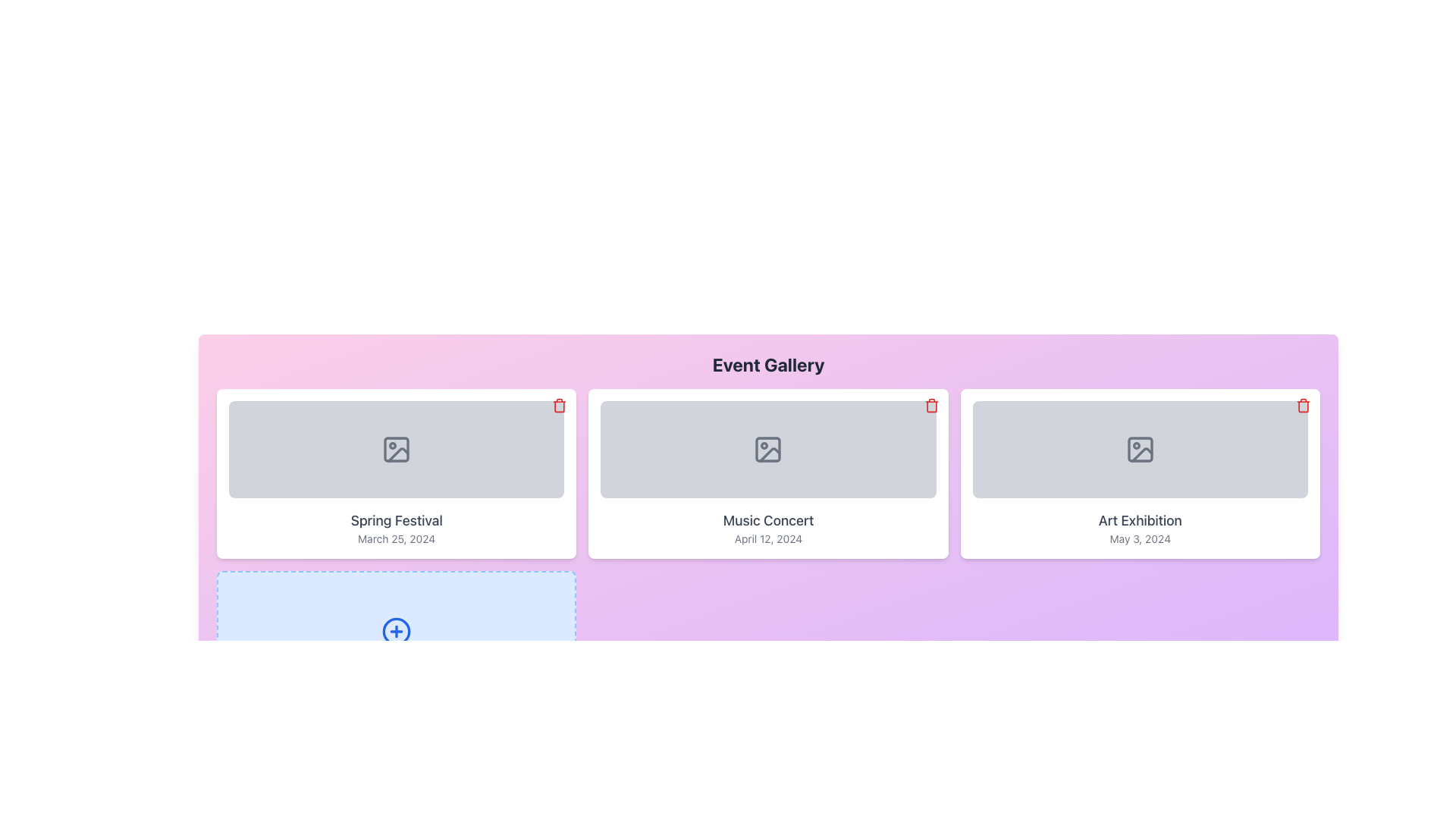 The width and height of the screenshot is (1456, 819). I want to click on the static Event Card titled 'Spring Festival', which is the leftmost card in a grid of three event cards, so click(397, 472).